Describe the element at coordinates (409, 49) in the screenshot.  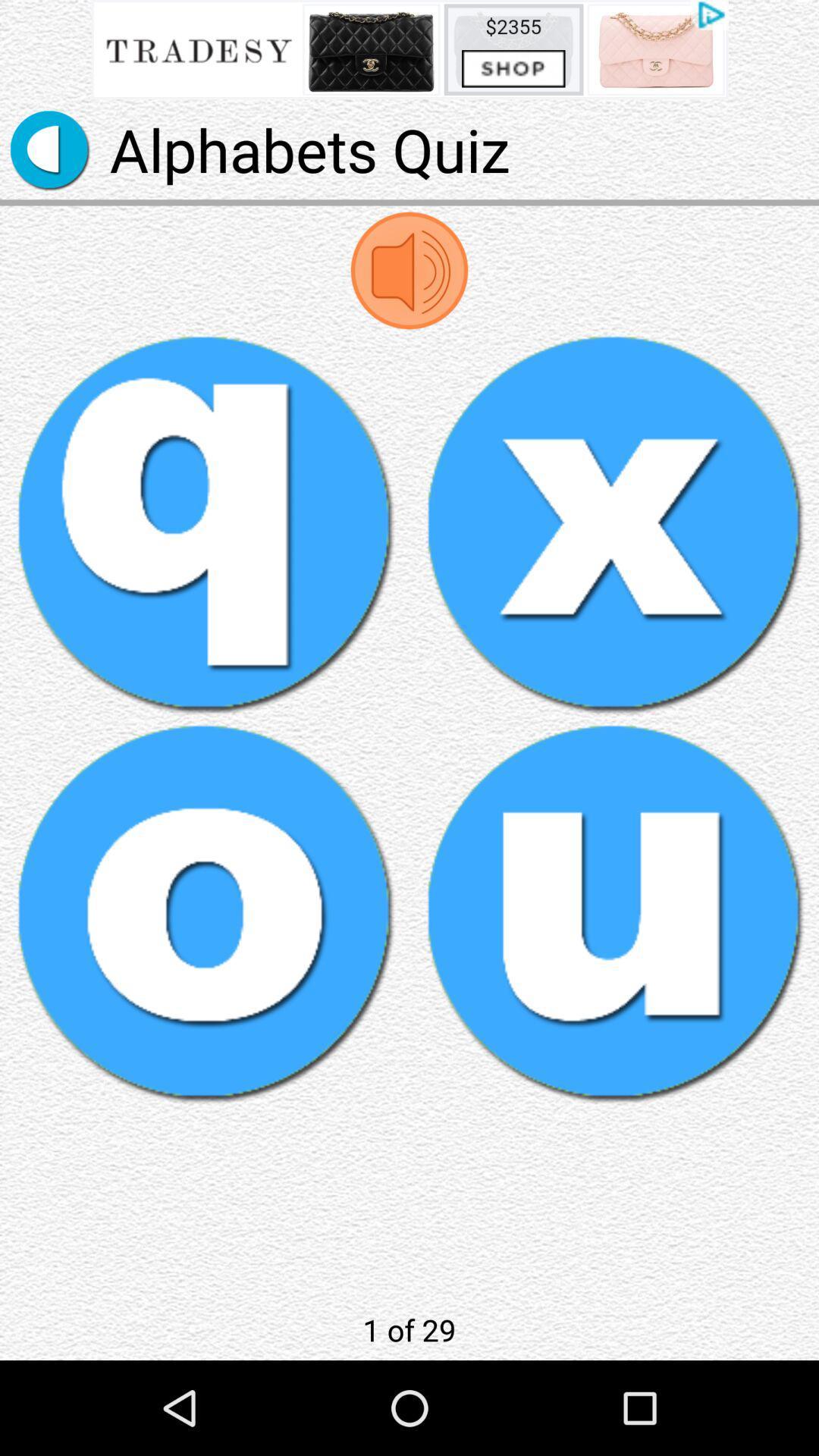
I see `advertisement website` at that location.